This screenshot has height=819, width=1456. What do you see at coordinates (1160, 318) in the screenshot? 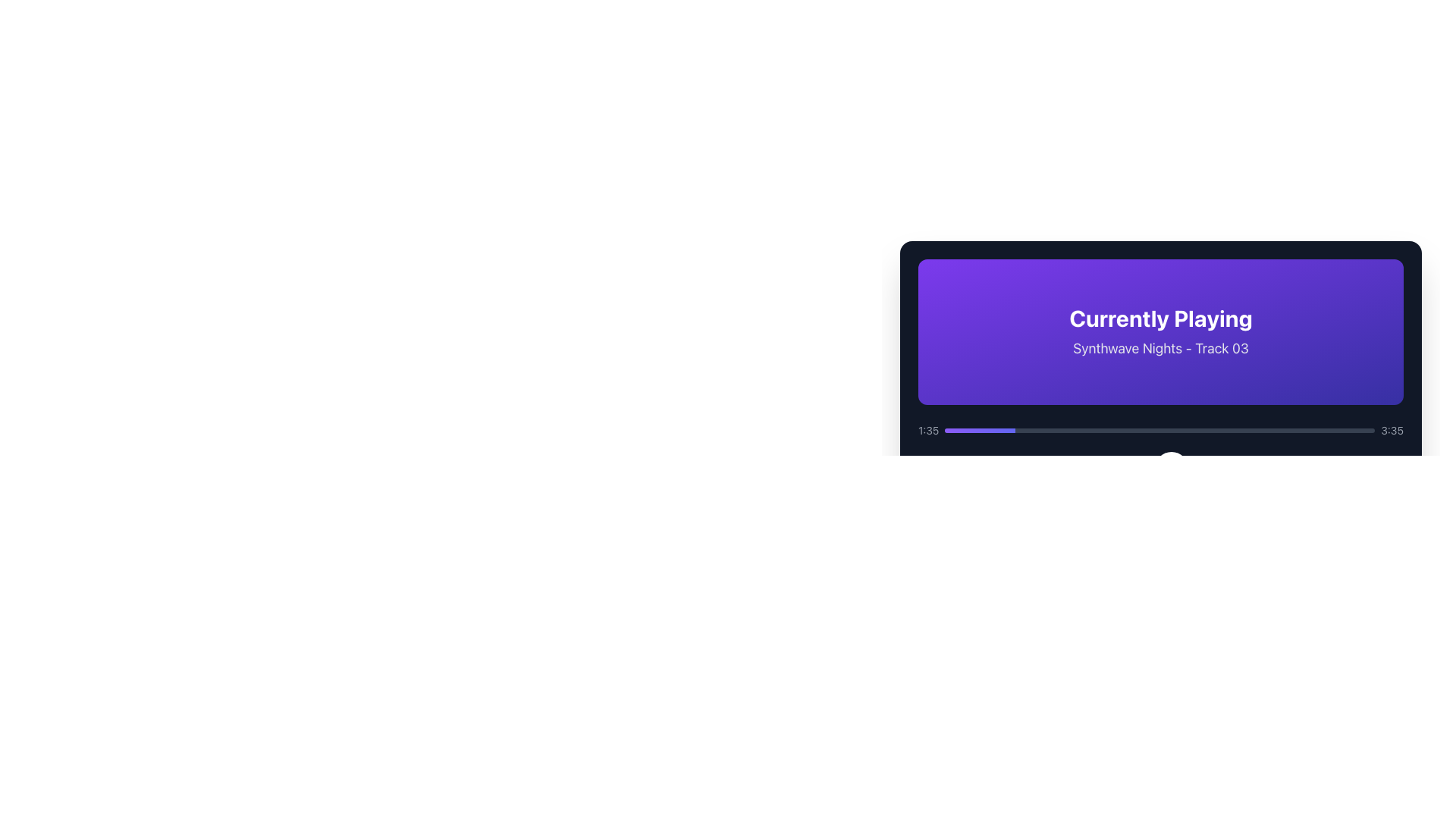
I see `the text label that reads 'Currently Playing', which is bold and prominently displayed in large white font against a purple background` at bounding box center [1160, 318].